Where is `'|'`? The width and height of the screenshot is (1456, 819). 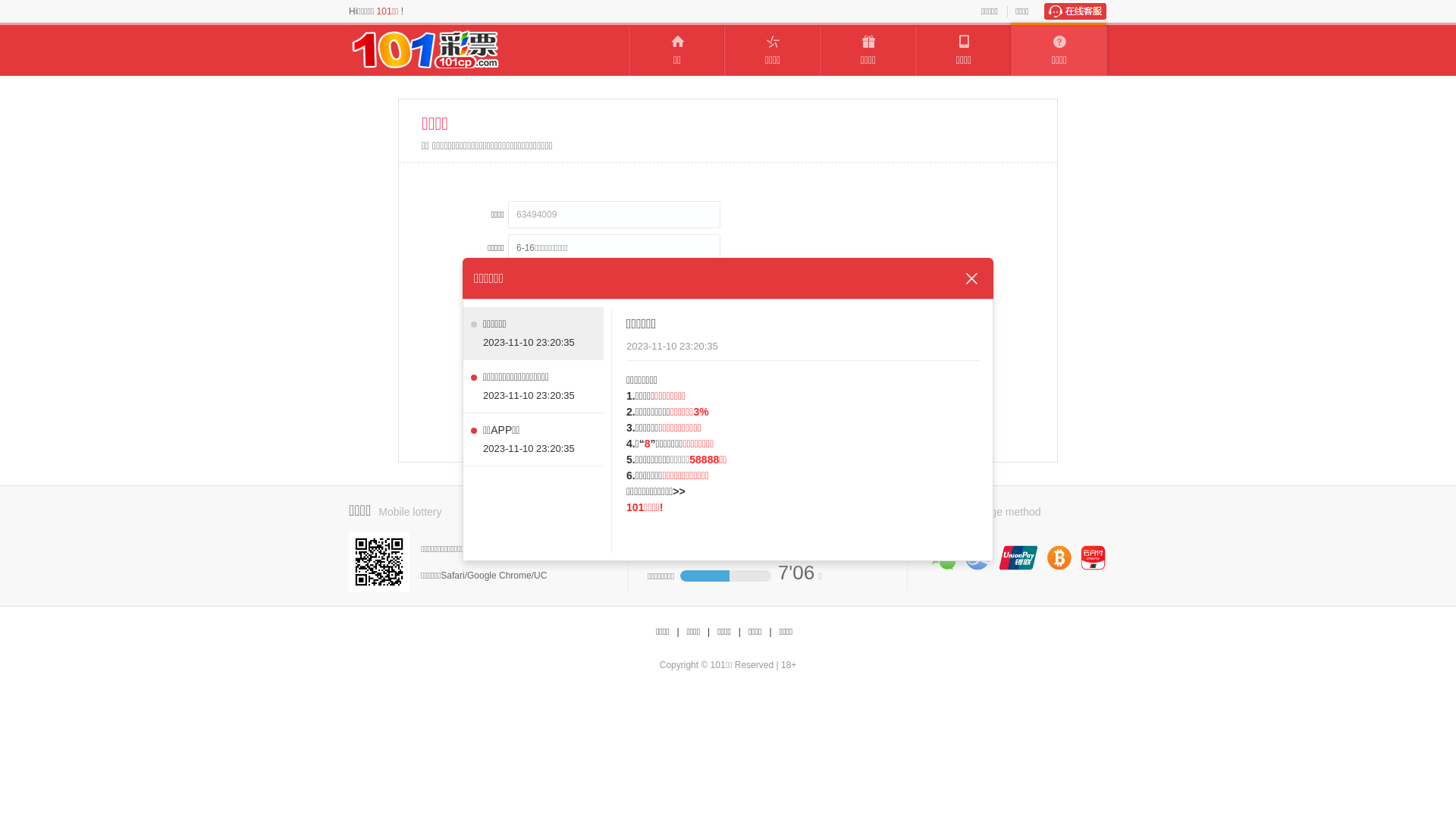
'|' is located at coordinates (739, 632).